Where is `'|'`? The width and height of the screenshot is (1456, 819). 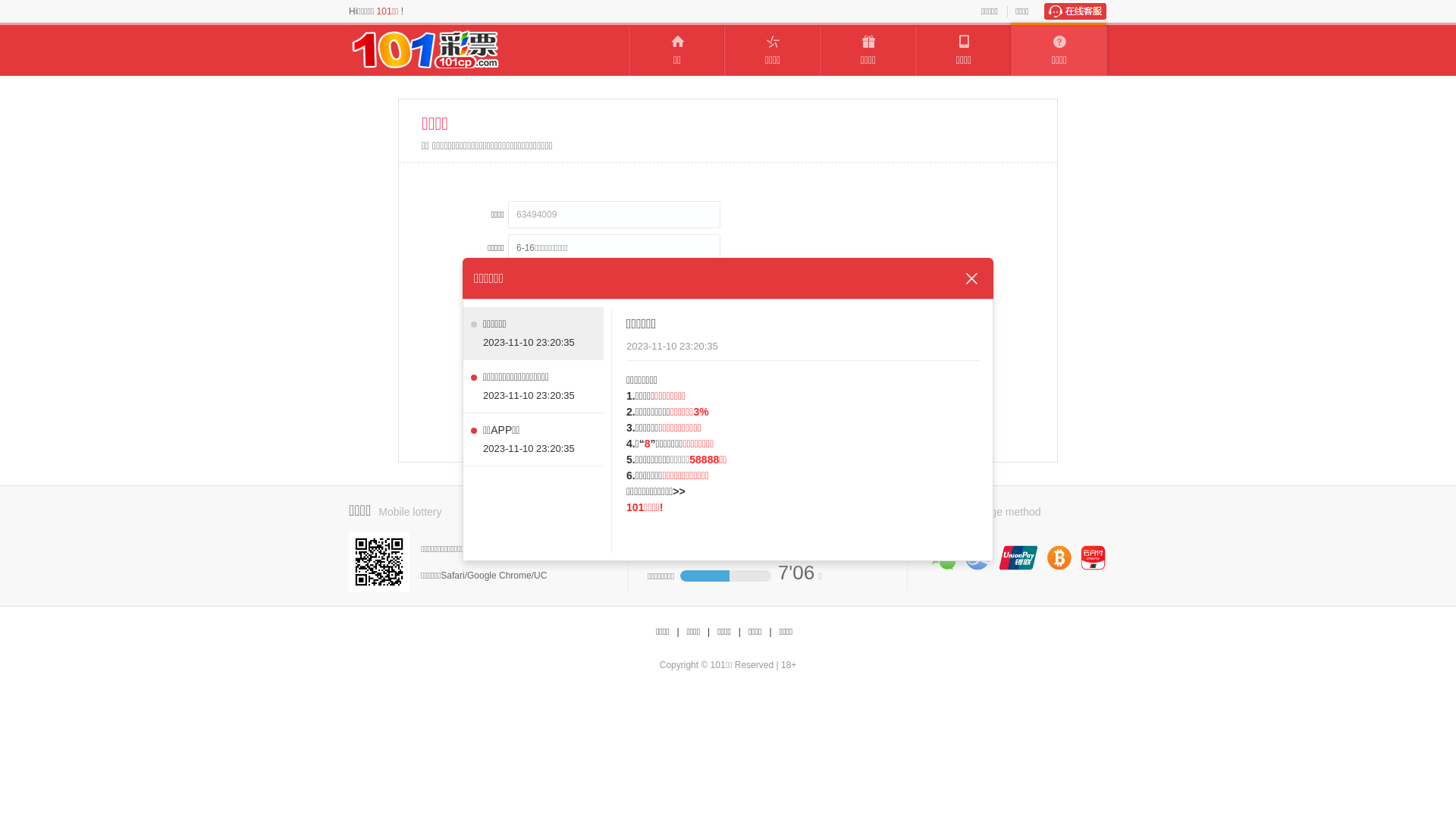
'|' is located at coordinates (739, 632).